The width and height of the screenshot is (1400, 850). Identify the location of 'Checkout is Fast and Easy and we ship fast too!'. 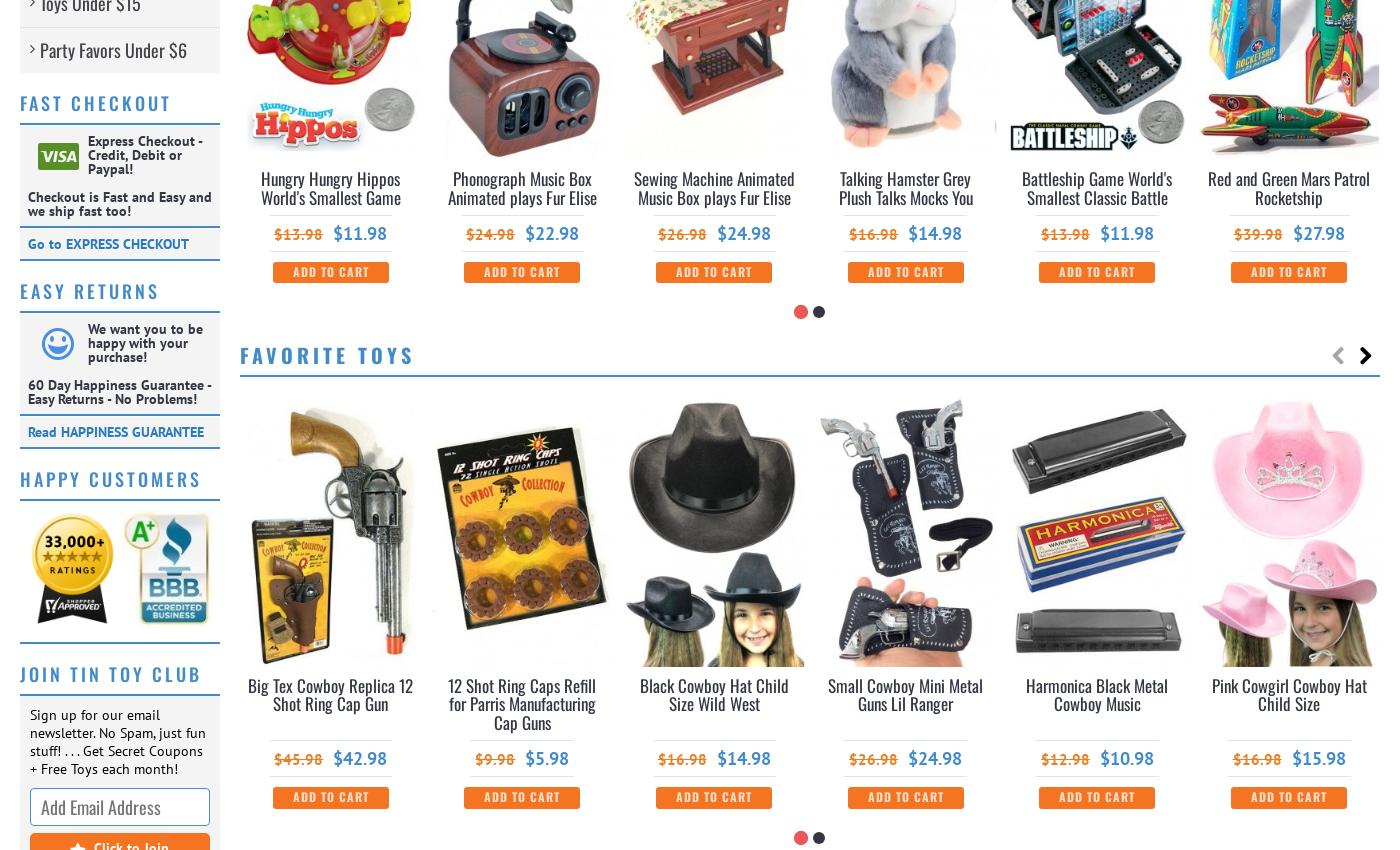
(28, 201).